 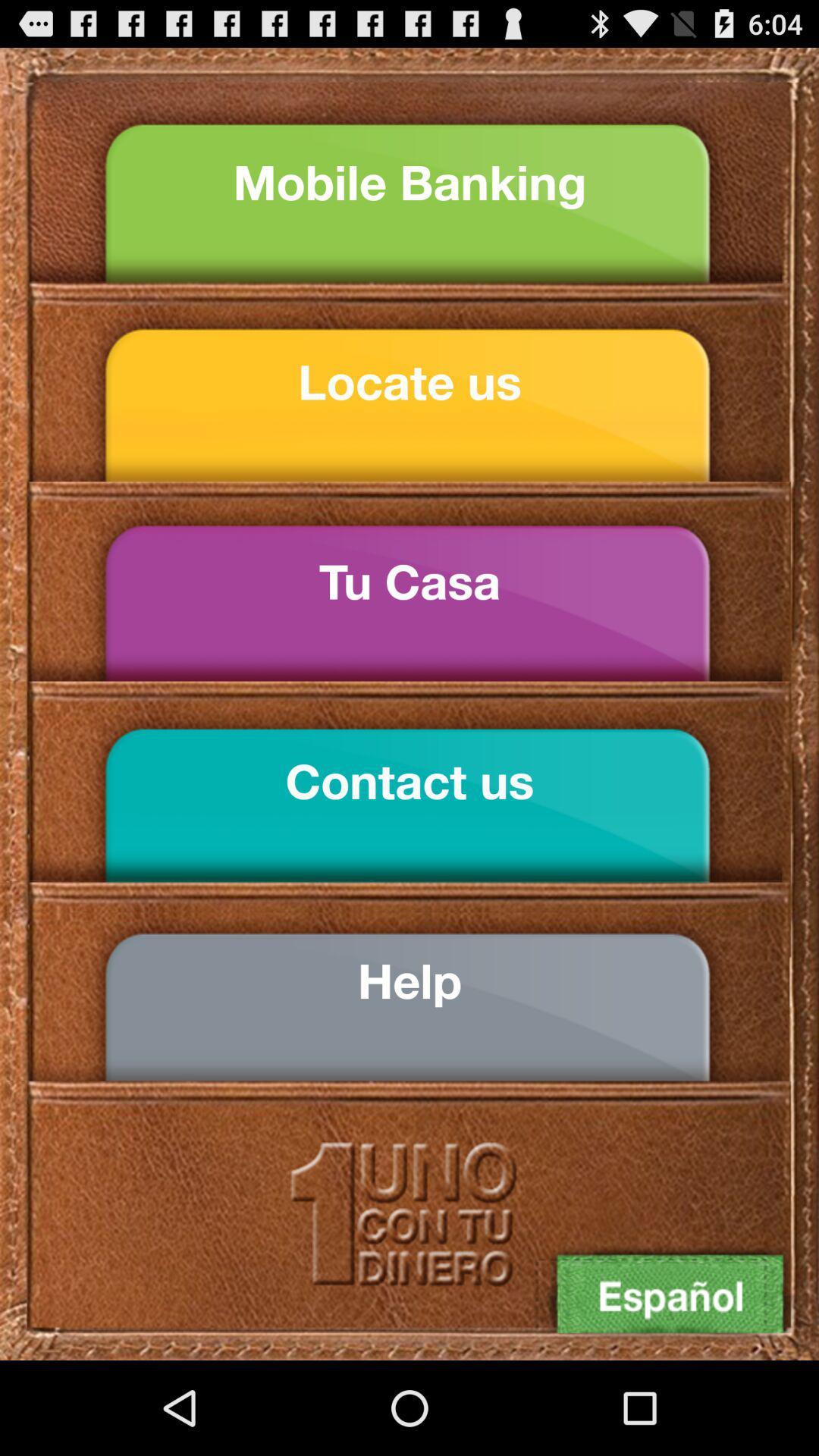 What do you see at coordinates (409, 182) in the screenshot?
I see `mobile banking` at bounding box center [409, 182].